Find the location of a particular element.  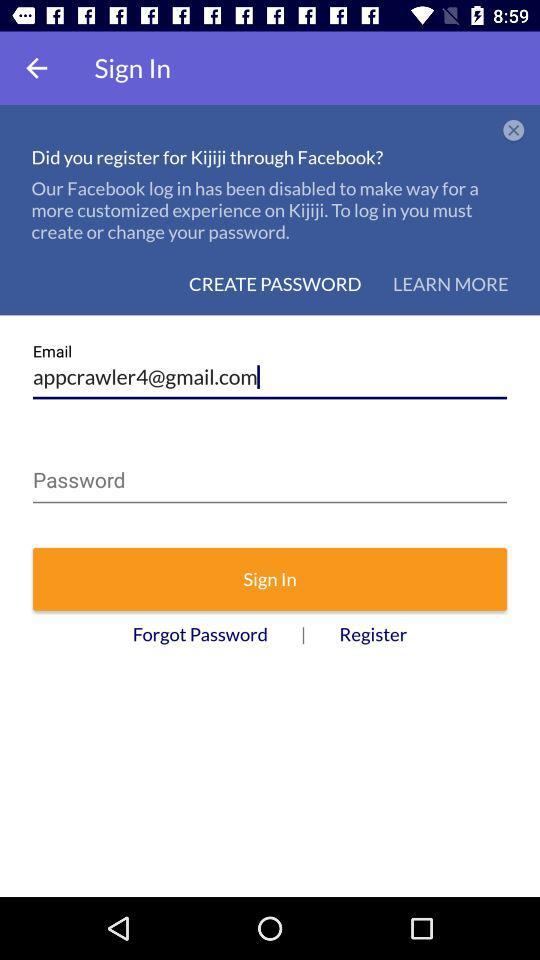

the icon below the sign in is located at coordinates (200, 633).